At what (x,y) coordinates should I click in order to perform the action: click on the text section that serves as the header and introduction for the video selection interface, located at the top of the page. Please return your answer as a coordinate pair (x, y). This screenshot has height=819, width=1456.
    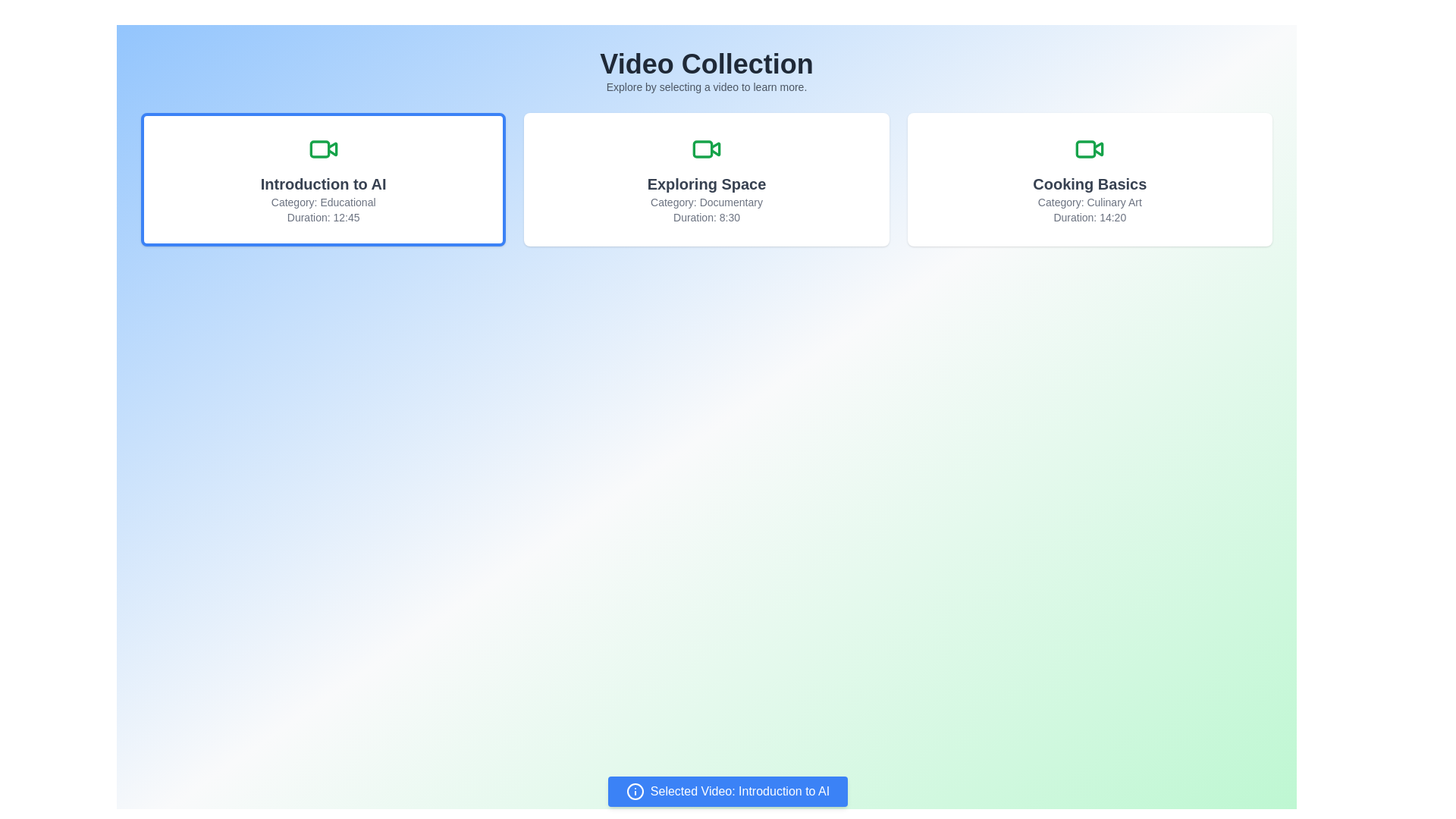
    Looking at the image, I should click on (705, 72).